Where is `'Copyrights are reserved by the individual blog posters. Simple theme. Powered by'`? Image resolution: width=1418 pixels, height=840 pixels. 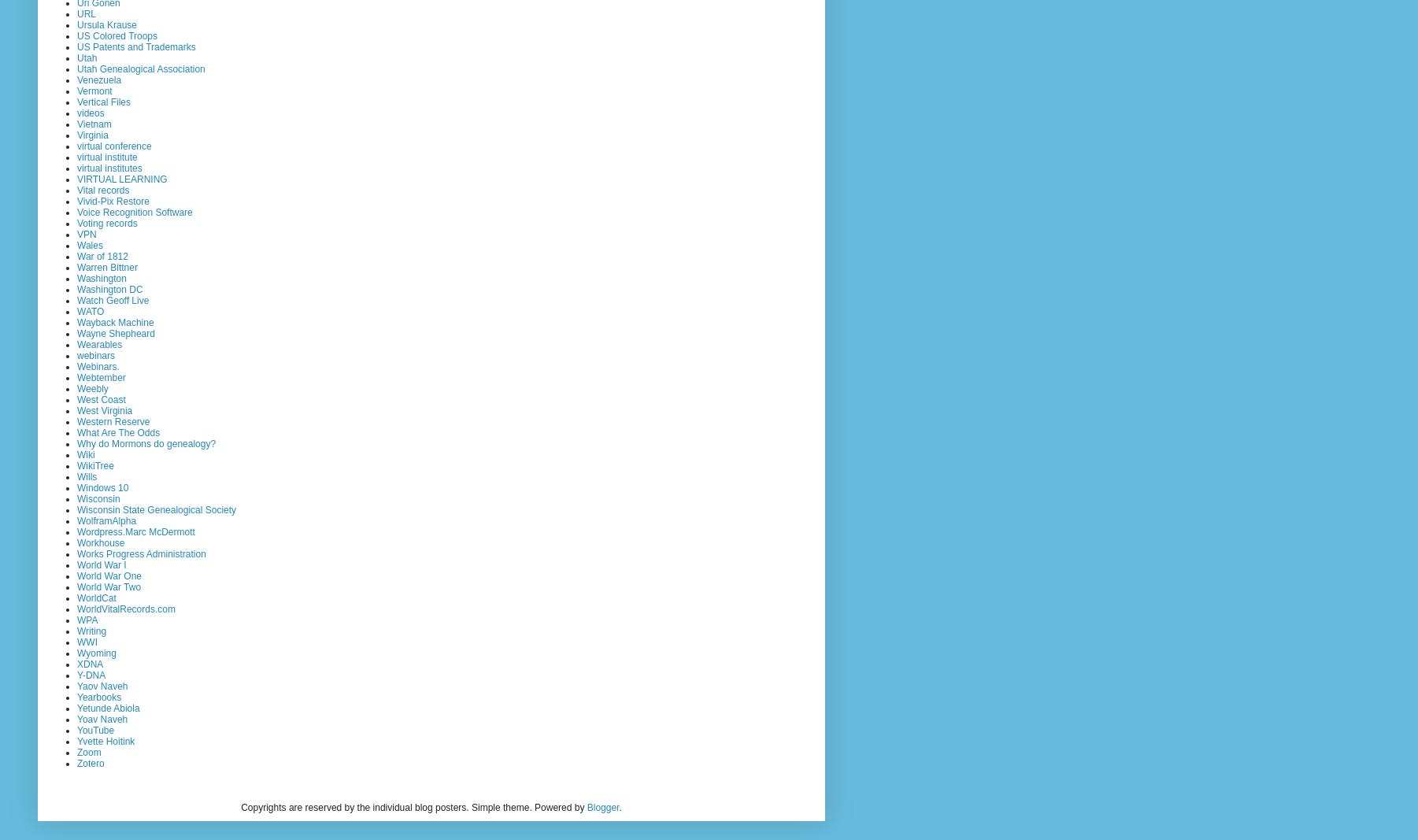
'Copyrights are reserved by the individual blog posters. Simple theme. Powered by' is located at coordinates (413, 806).